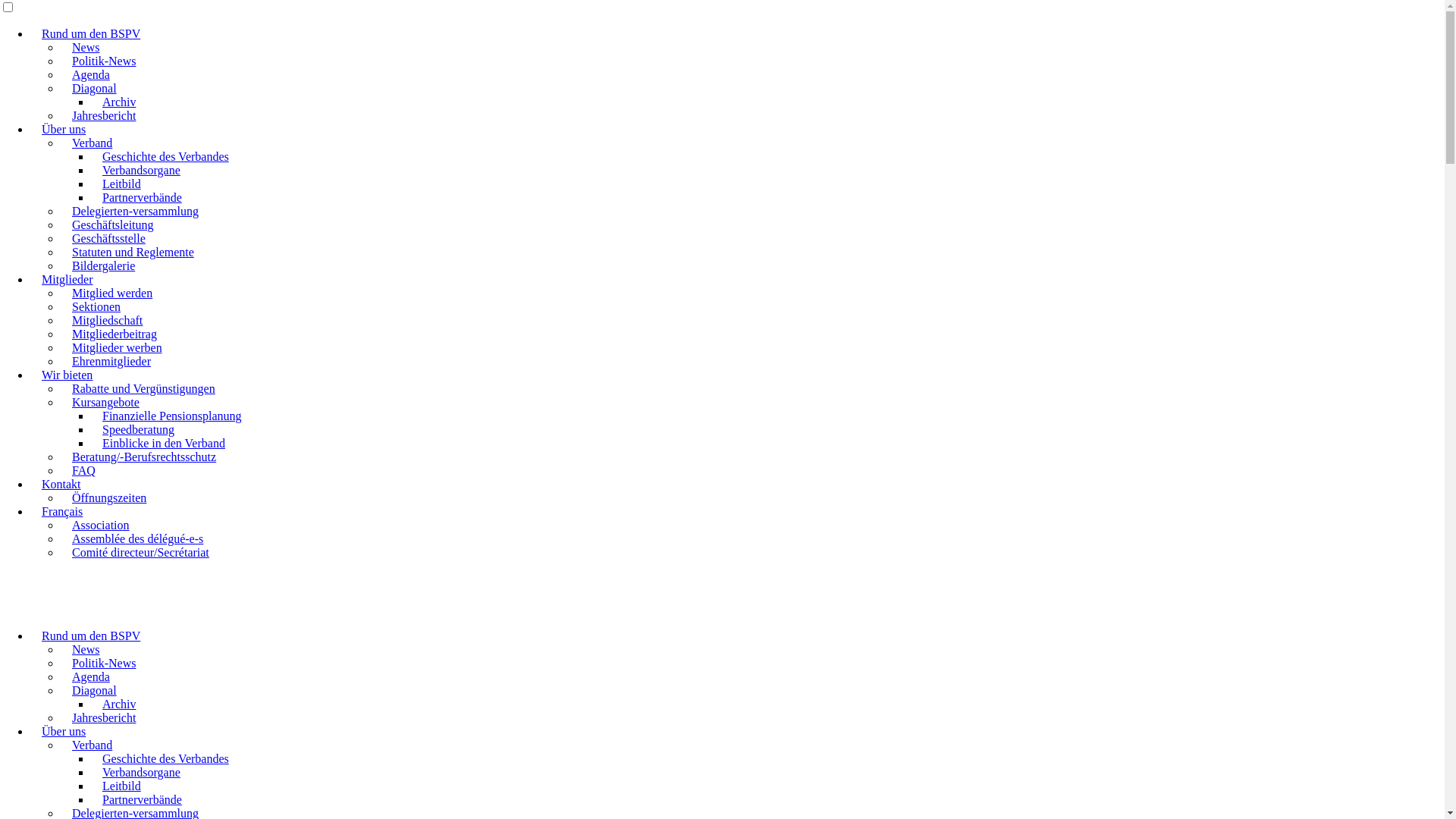  I want to click on 'Mitglied werden', so click(61, 293).